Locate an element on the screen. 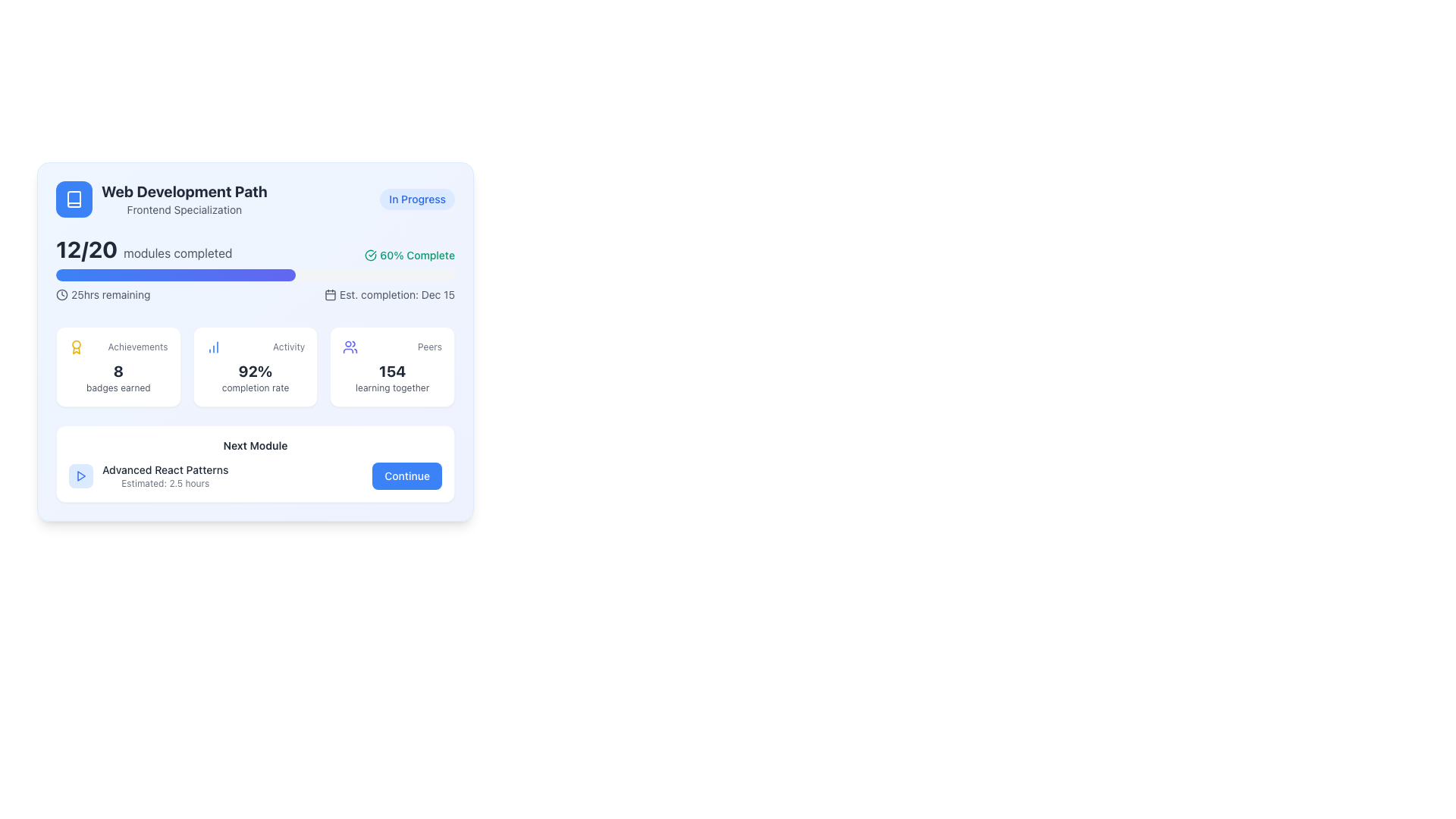 This screenshot has height=819, width=1456. the 'Next Module' text label, which is a small bold dark gray font positioned at the top of a rectangular card containing module information is located at coordinates (255, 444).